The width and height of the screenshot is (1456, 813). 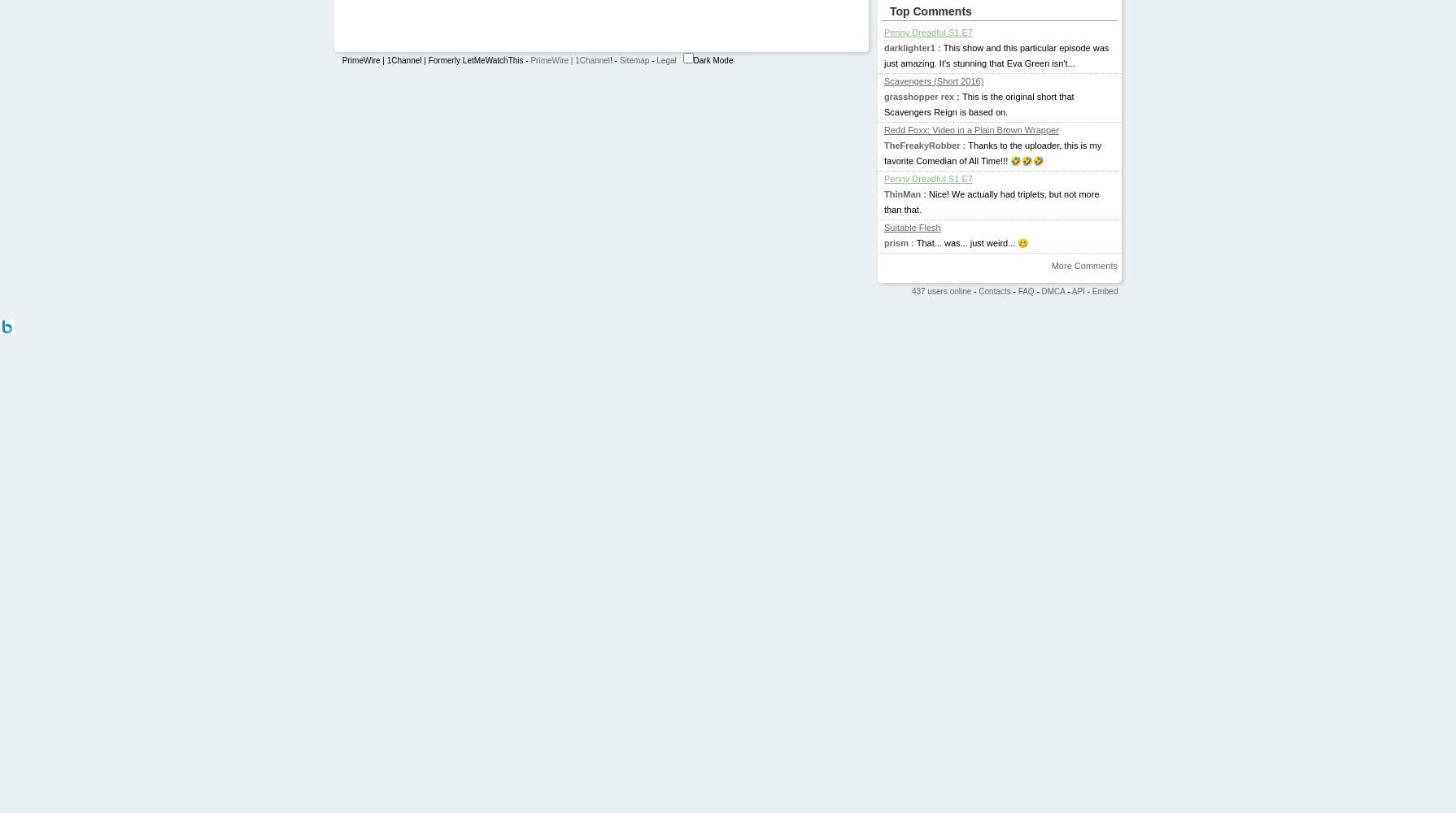 I want to click on 'Dark Mode', so click(x=712, y=59).